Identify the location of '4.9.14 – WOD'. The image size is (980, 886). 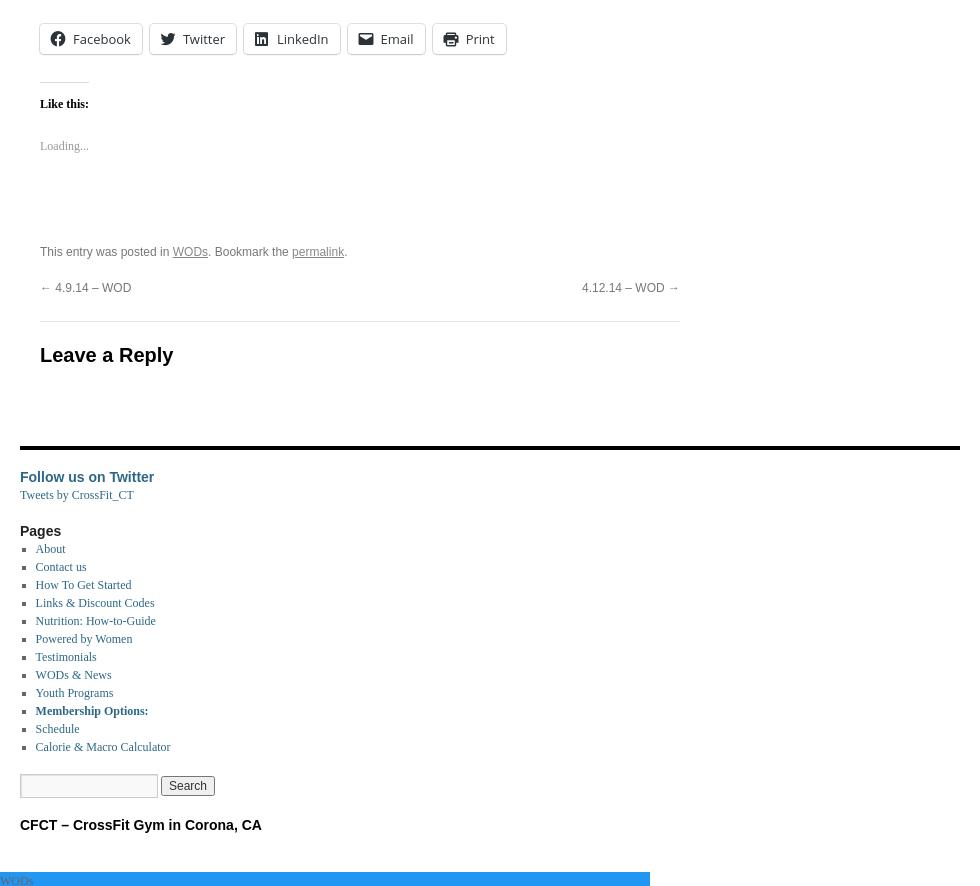
(91, 288).